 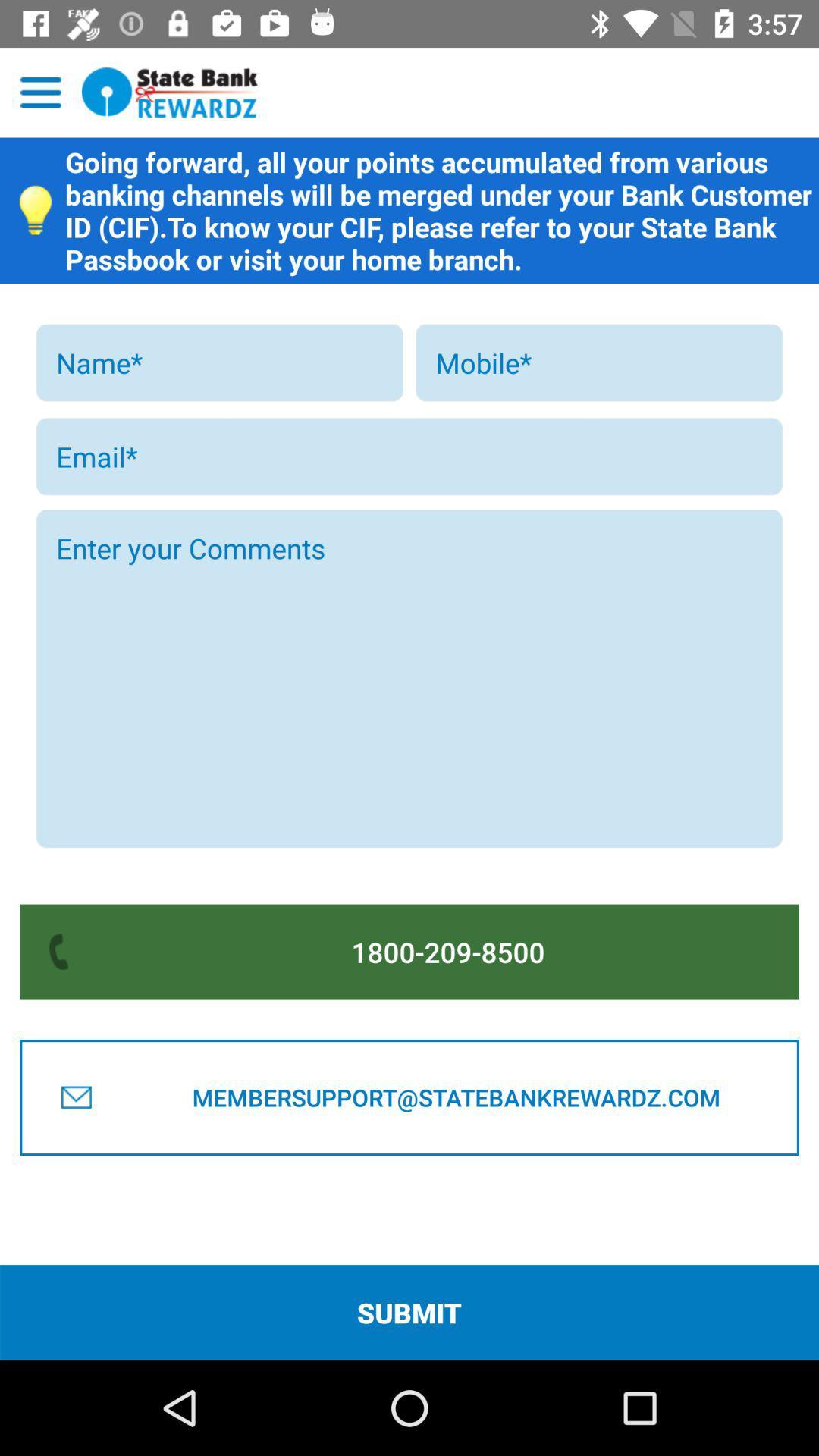 I want to click on mobile adding button, so click(x=598, y=362).